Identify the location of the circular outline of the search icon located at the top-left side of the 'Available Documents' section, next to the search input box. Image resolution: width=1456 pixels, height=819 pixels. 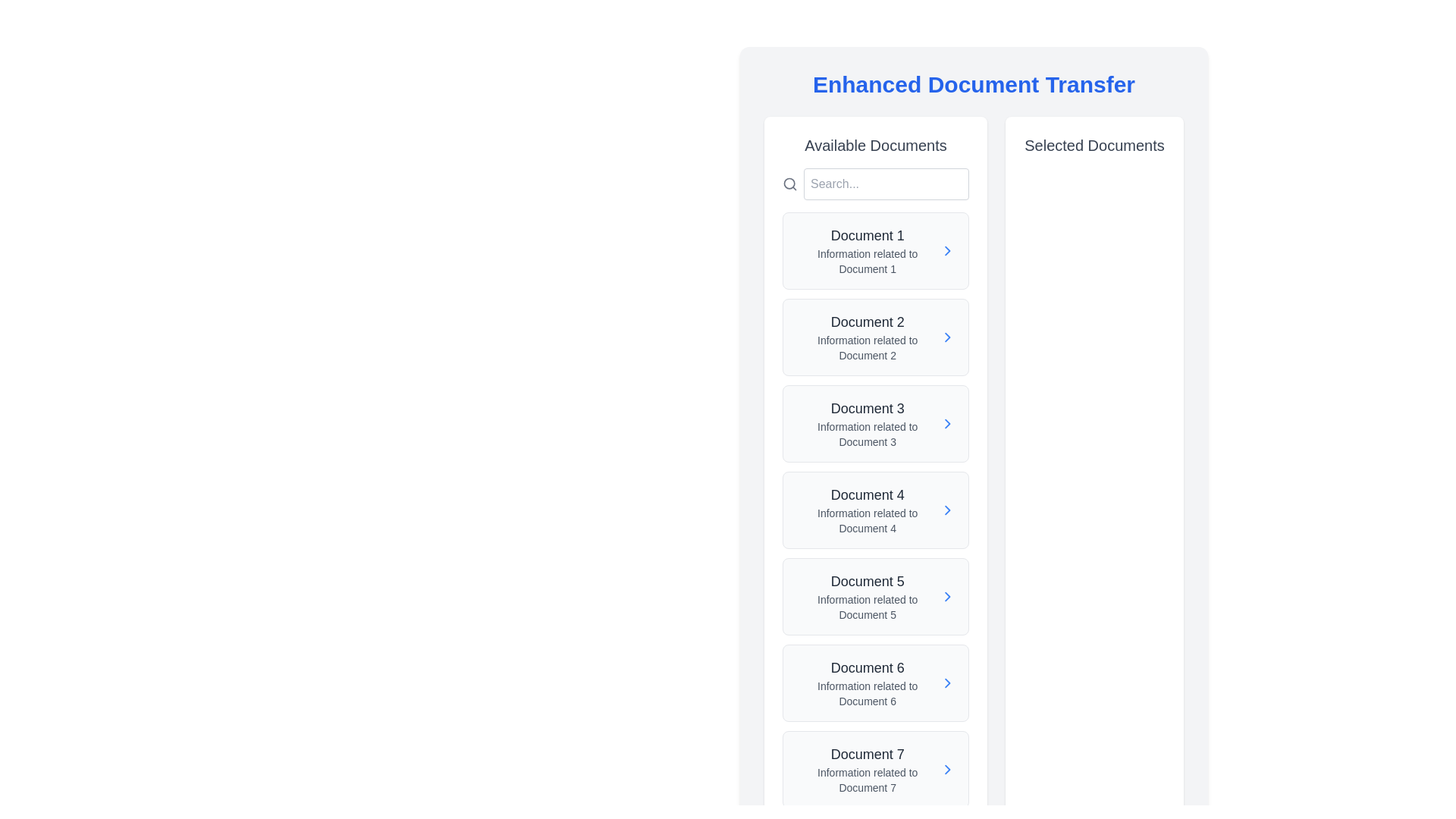
(789, 183).